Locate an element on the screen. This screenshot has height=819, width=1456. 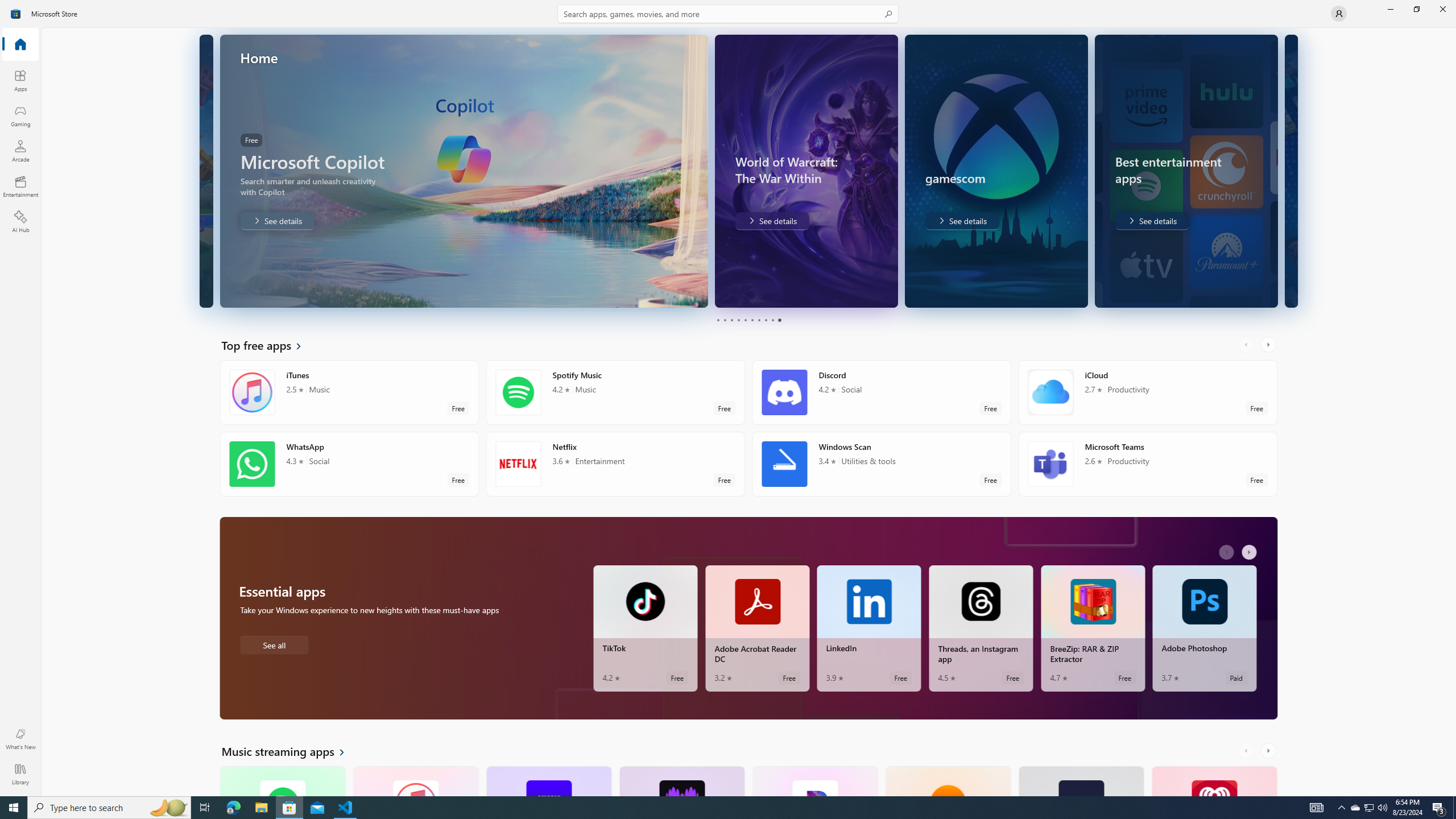
'Entertainment' is located at coordinates (19, 185).